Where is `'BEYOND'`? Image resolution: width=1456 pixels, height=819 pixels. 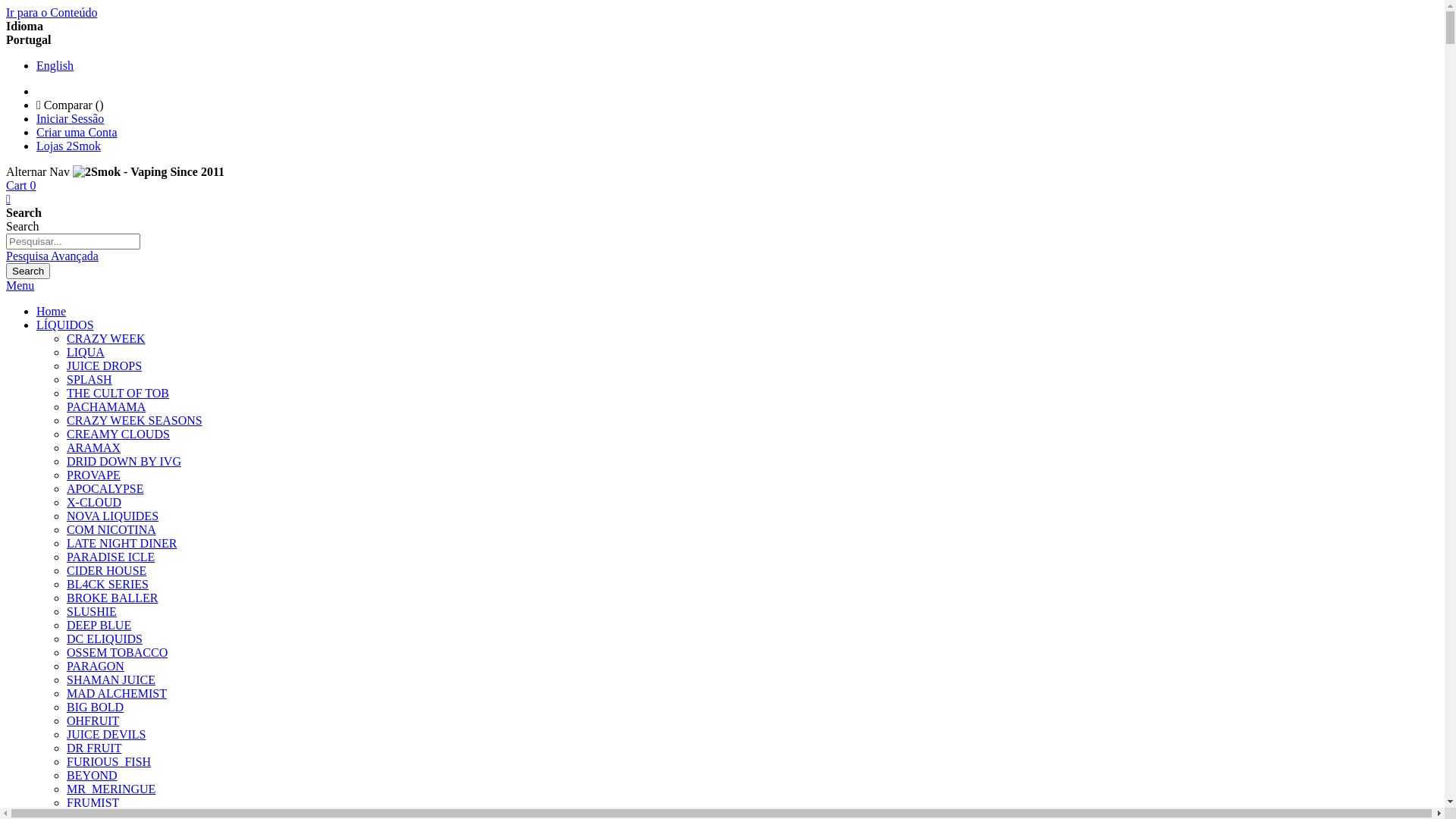
'BEYOND' is located at coordinates (65, 775).